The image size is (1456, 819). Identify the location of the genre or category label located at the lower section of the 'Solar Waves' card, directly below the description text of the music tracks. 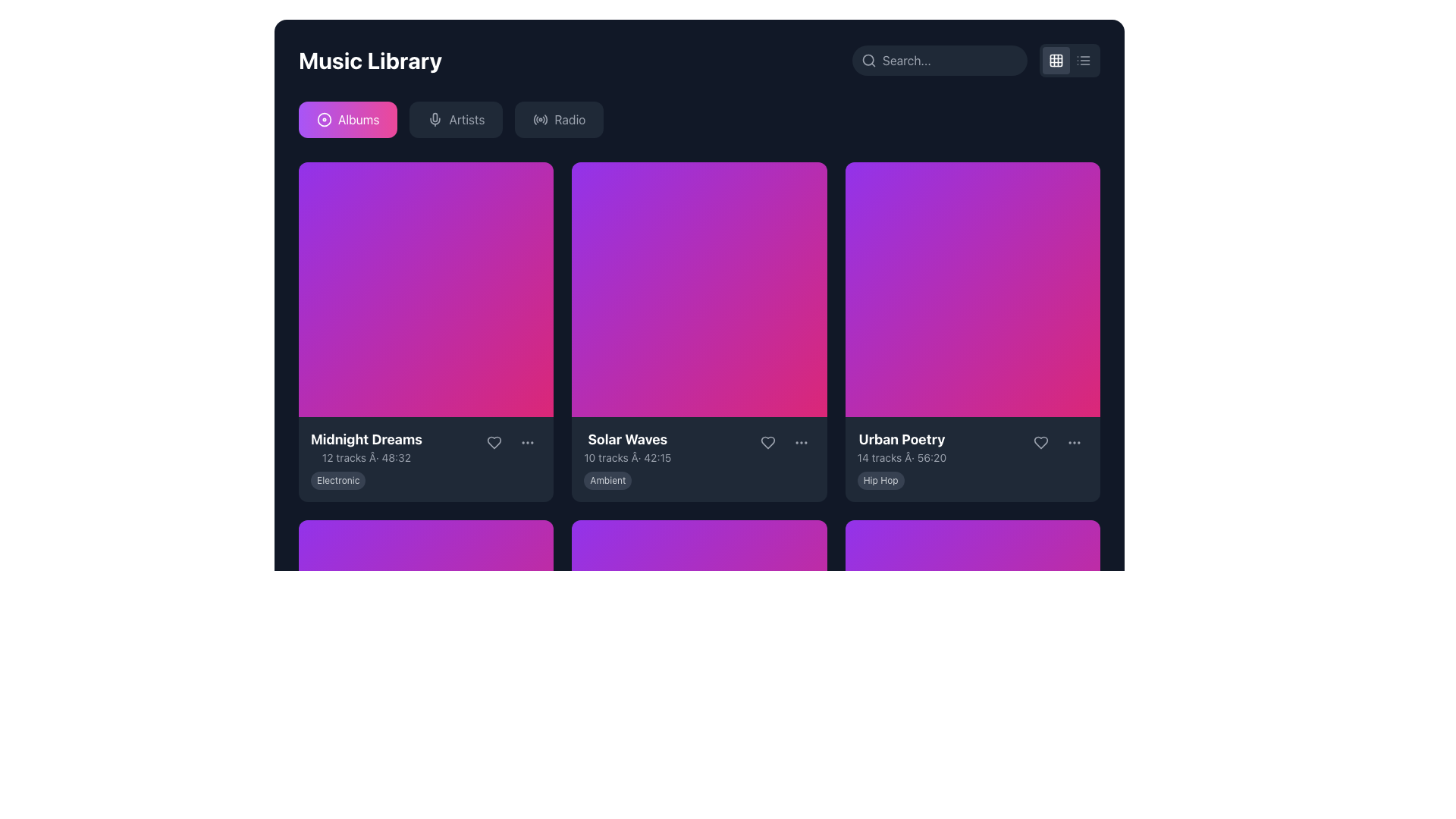
(607, 481).